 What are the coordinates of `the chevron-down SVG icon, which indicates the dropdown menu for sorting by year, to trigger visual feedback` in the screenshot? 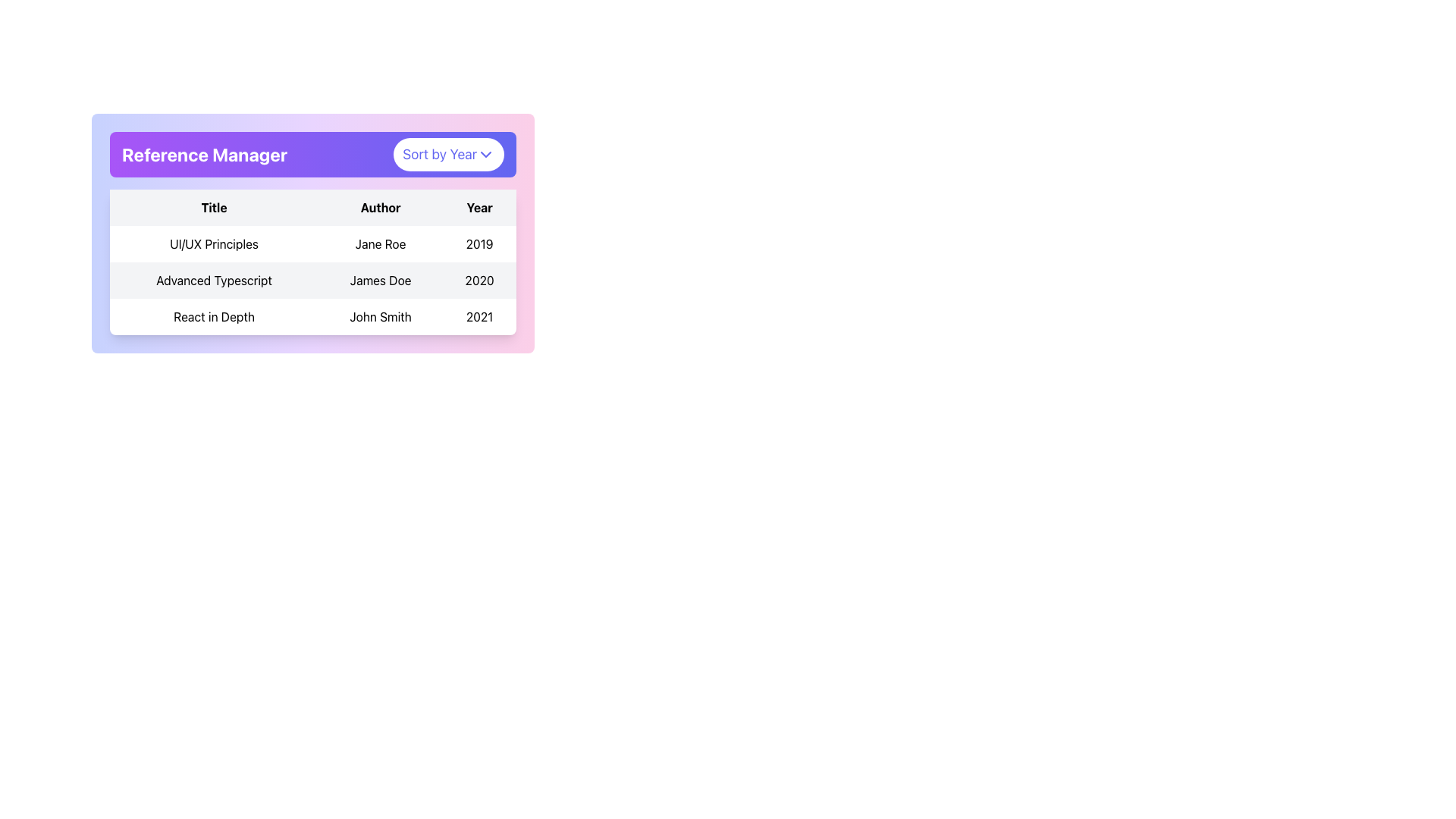 It's located at (486, 155).